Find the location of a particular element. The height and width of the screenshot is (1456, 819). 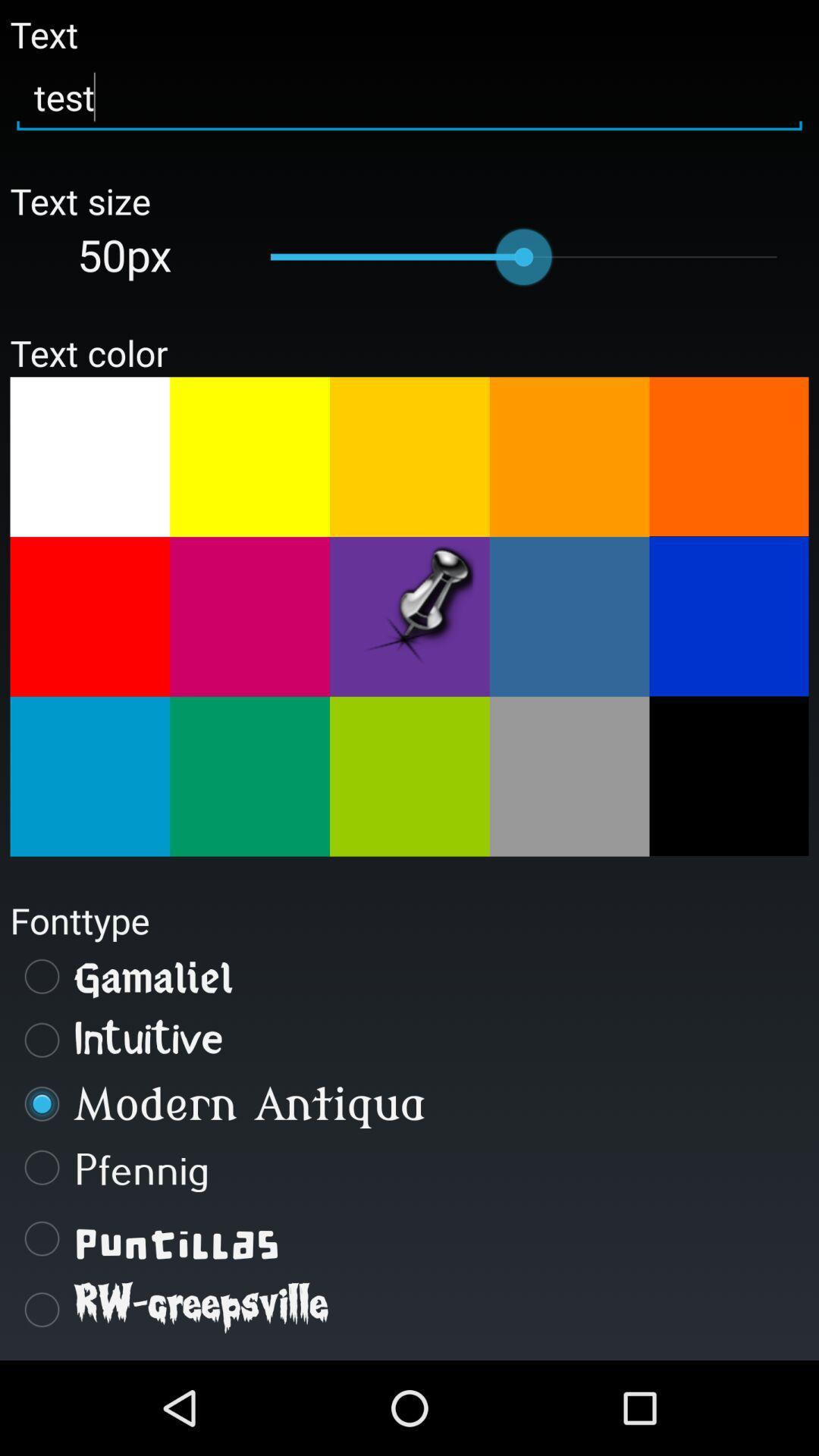

orange text color is located at coordinates (570, 456).